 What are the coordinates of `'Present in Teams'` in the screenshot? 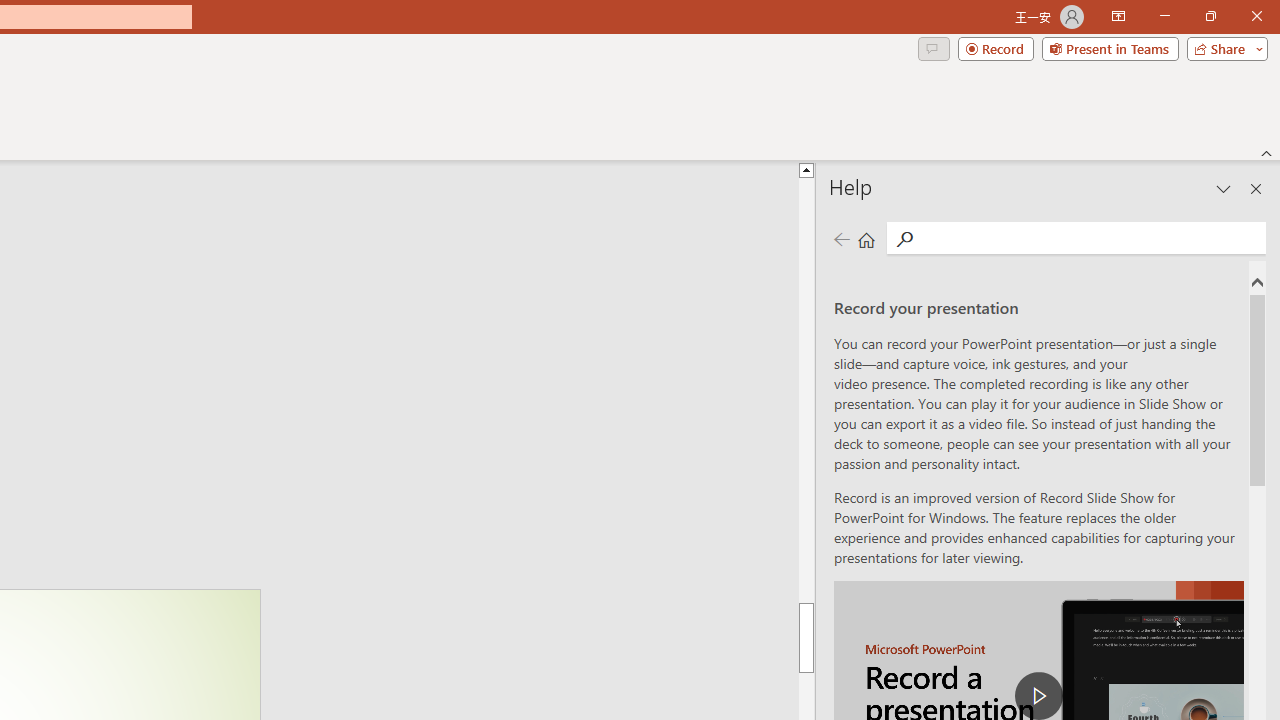 It's located at (1109, 47).